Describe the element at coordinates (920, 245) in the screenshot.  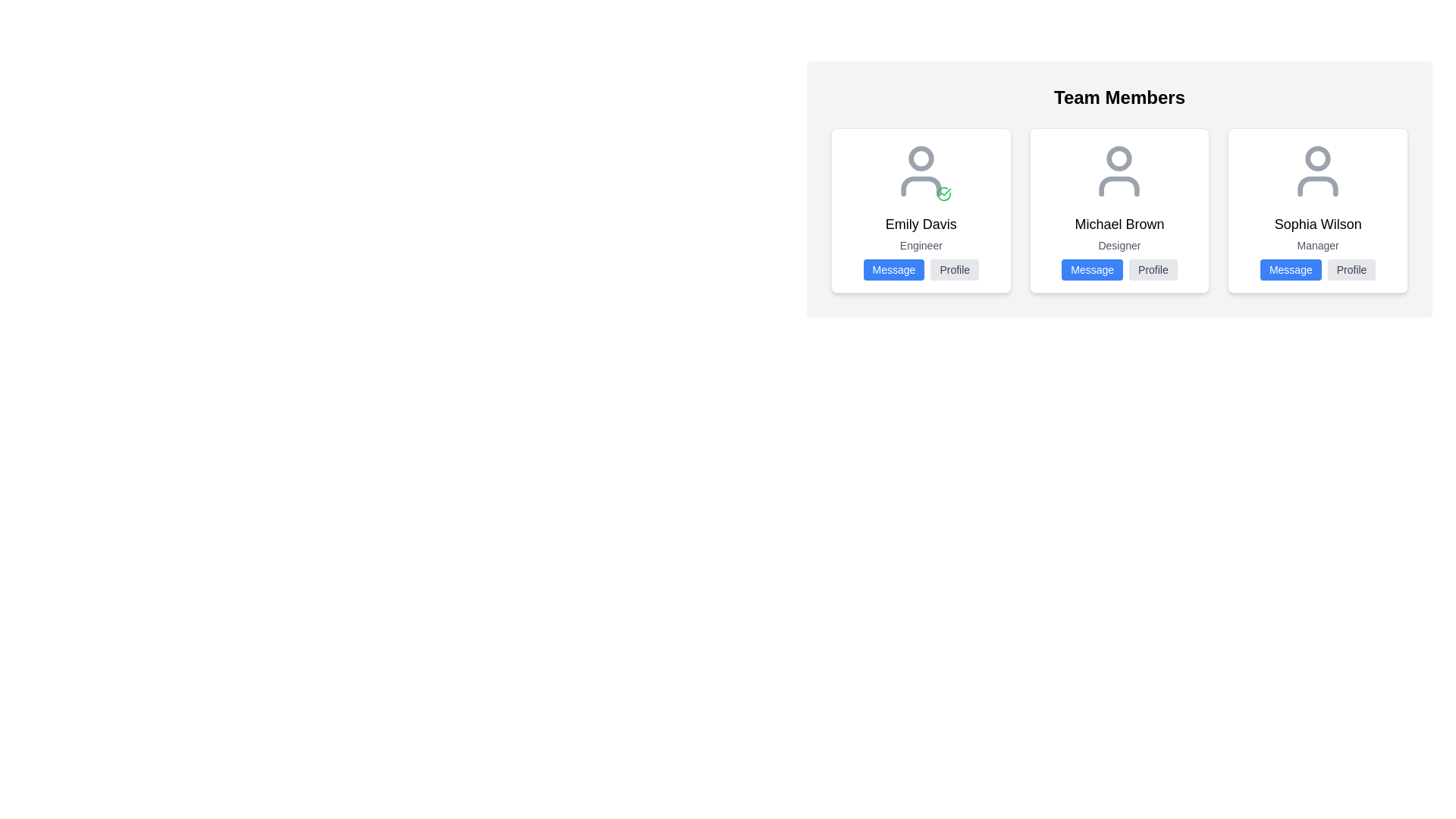
I see `the label displaying the job title of Emily Davis, which is positioned in the middle column of the layout, located between the name and the buttons for Message and Profile` at that location.